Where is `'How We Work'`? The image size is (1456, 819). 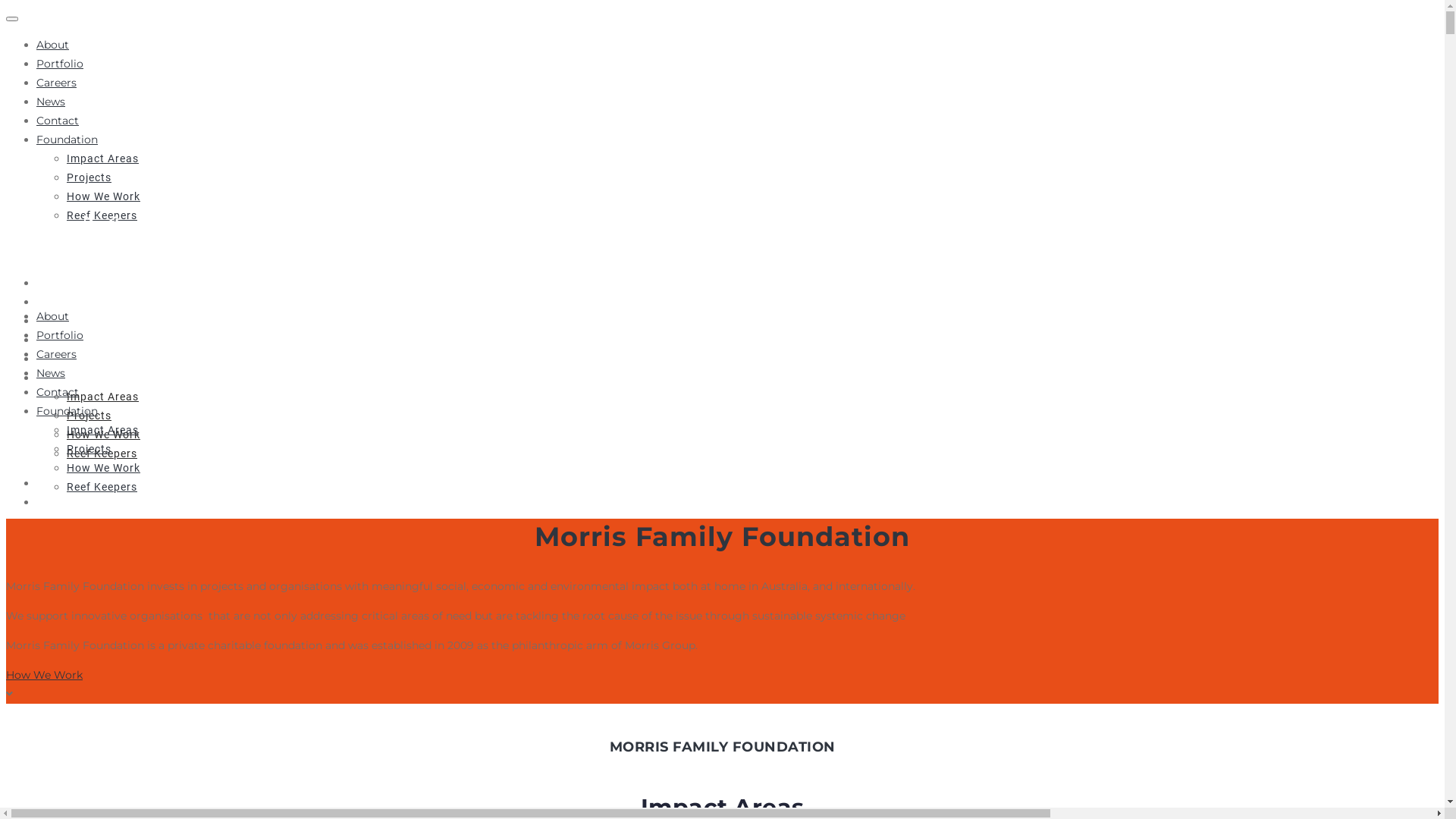
'How We Work' is located at coordinates (102, 467).